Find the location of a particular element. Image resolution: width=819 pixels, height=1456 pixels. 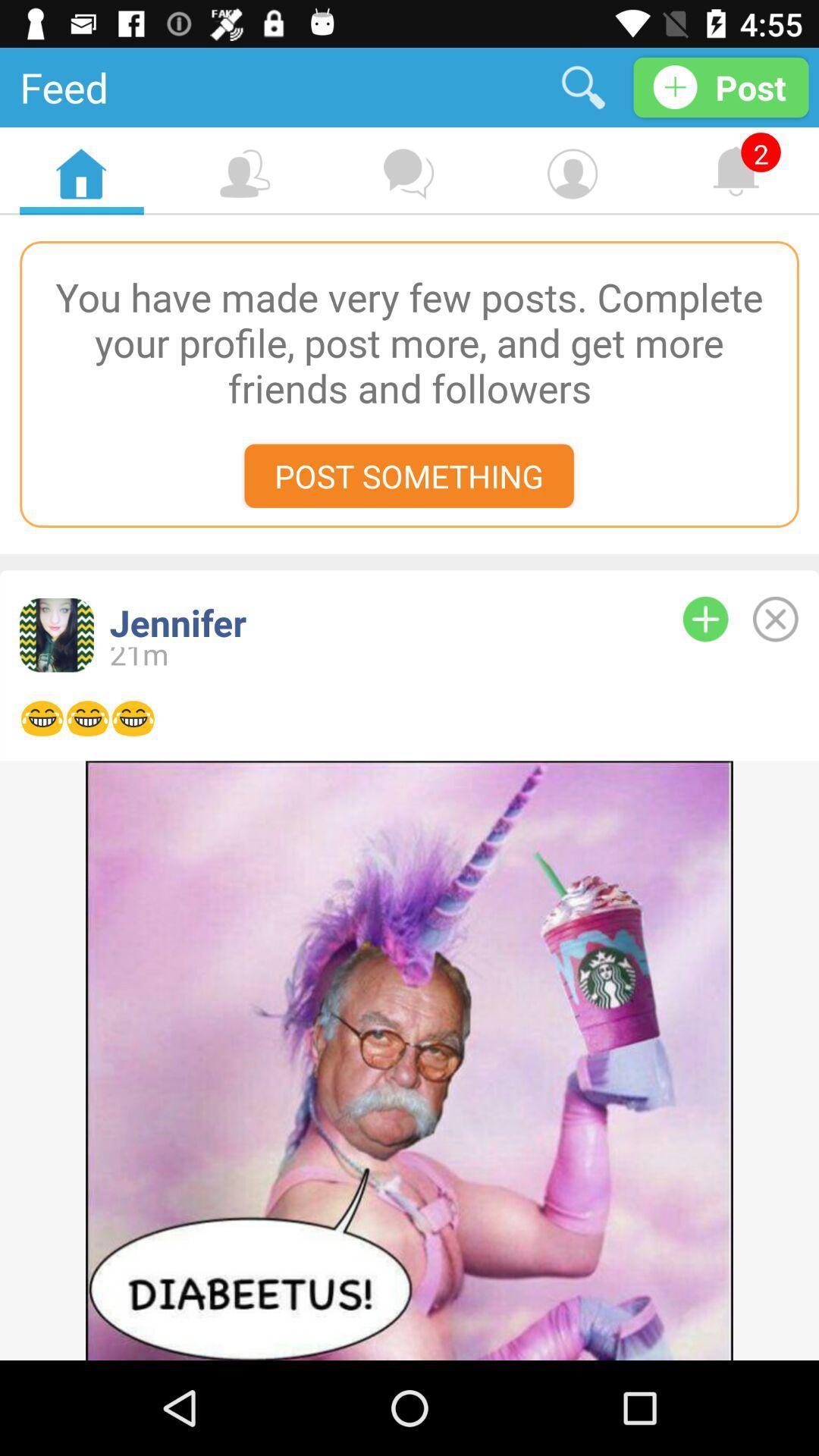

new post is located at coordinates (705, 619).